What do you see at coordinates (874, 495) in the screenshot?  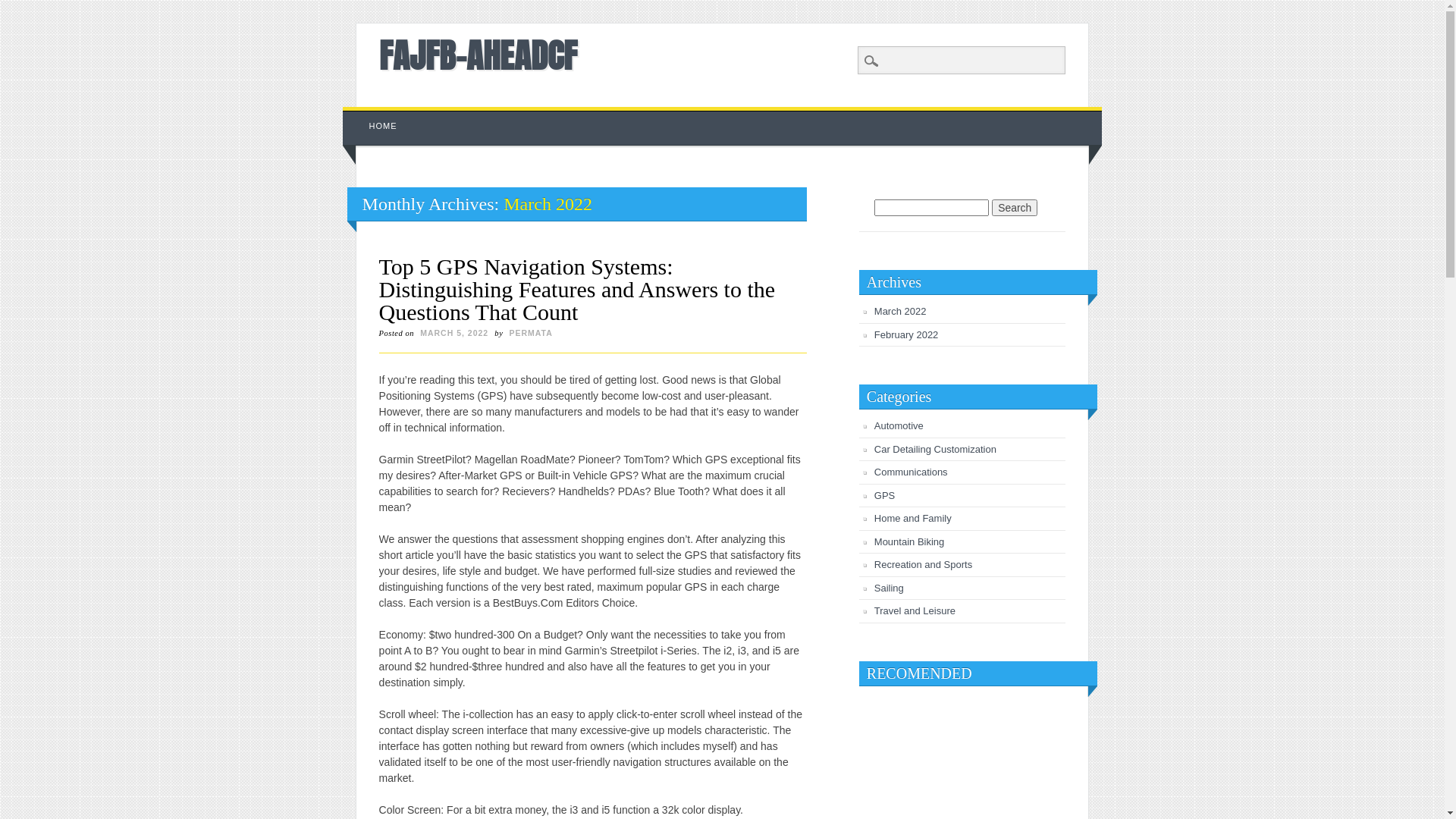 I see `'GPS'` at bounding box center [874, 495].